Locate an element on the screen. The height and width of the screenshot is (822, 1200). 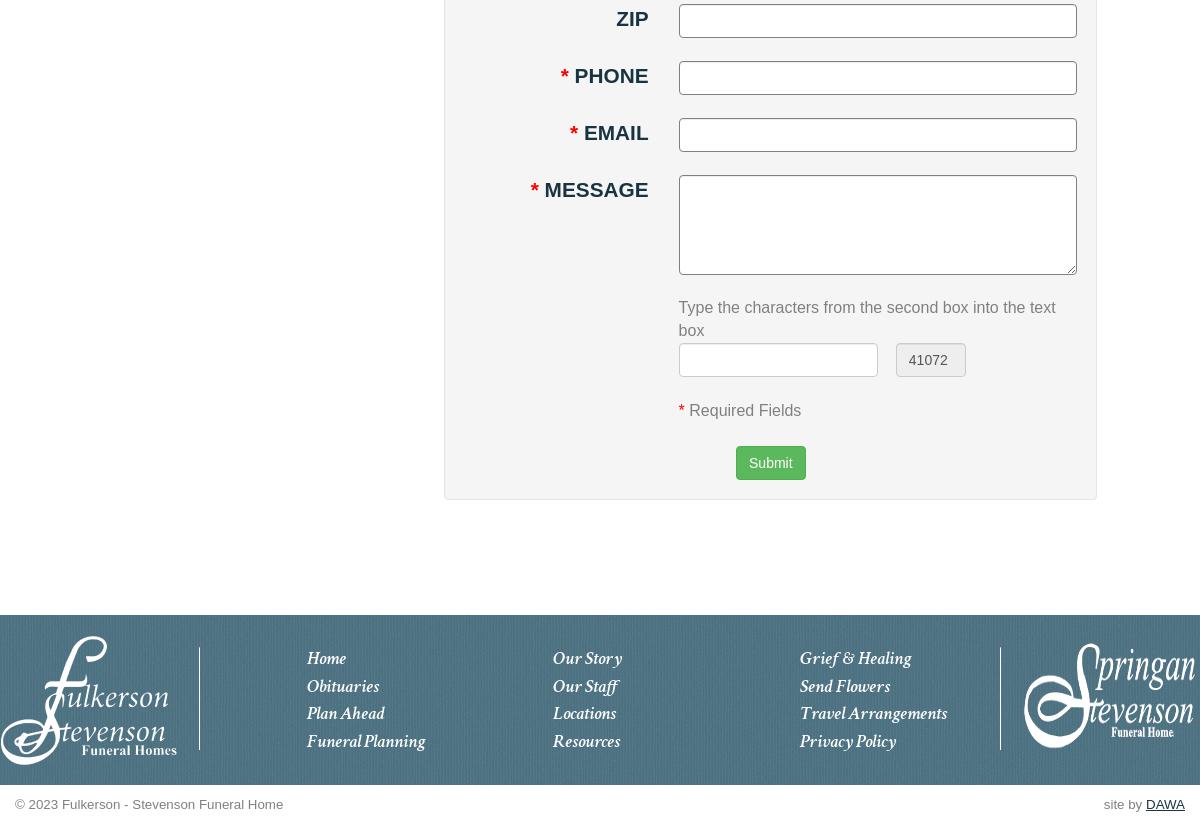
'Travel Arrangements' is located at coordinates (871, 713).